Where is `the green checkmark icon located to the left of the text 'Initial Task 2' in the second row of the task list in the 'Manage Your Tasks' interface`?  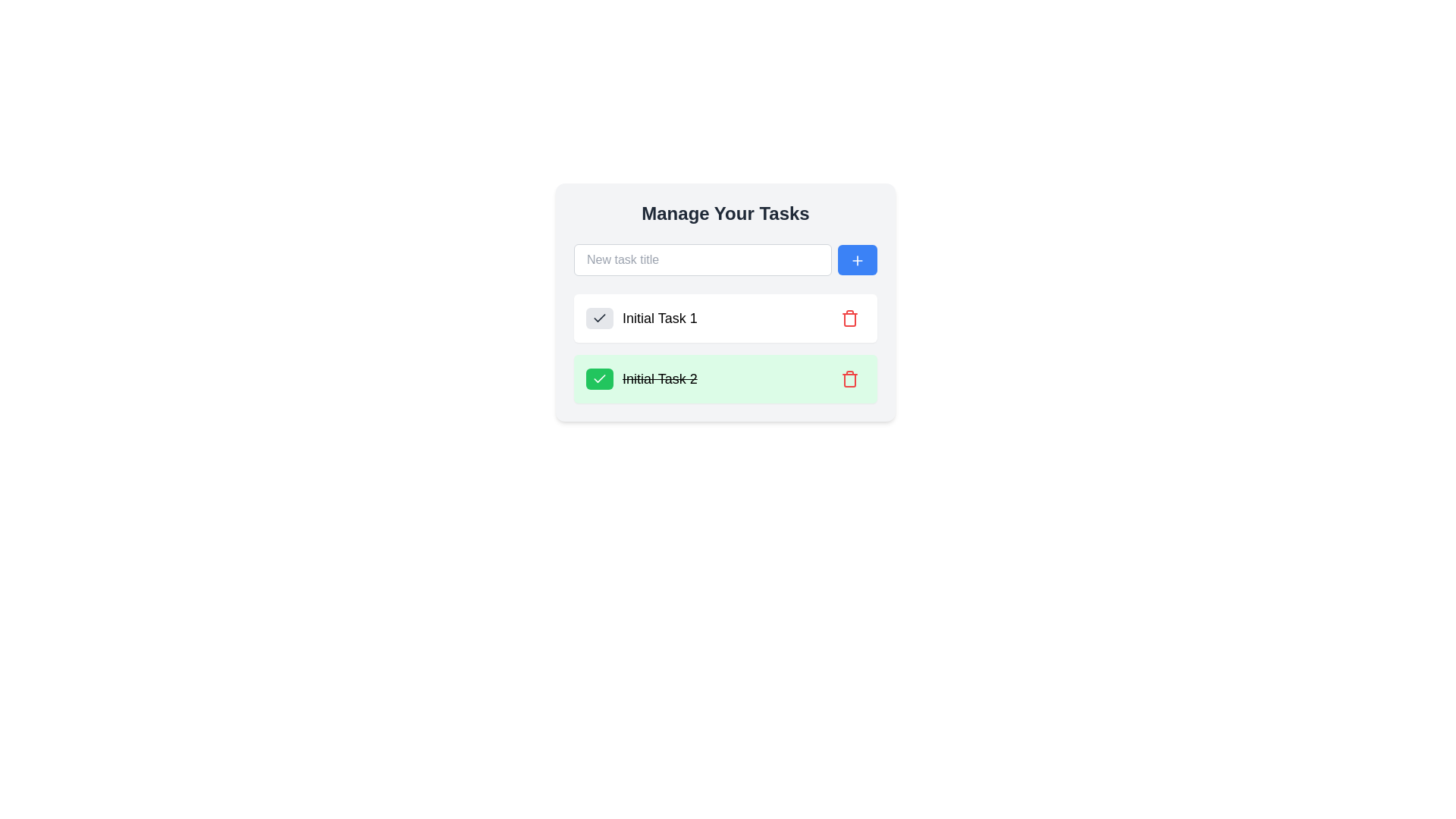 the green checkmark icon located to the left of the text 'Initial Task 2' in the second row of the task list in the 'Manage Your Tasks' interface is located at coordinates (599, 318).